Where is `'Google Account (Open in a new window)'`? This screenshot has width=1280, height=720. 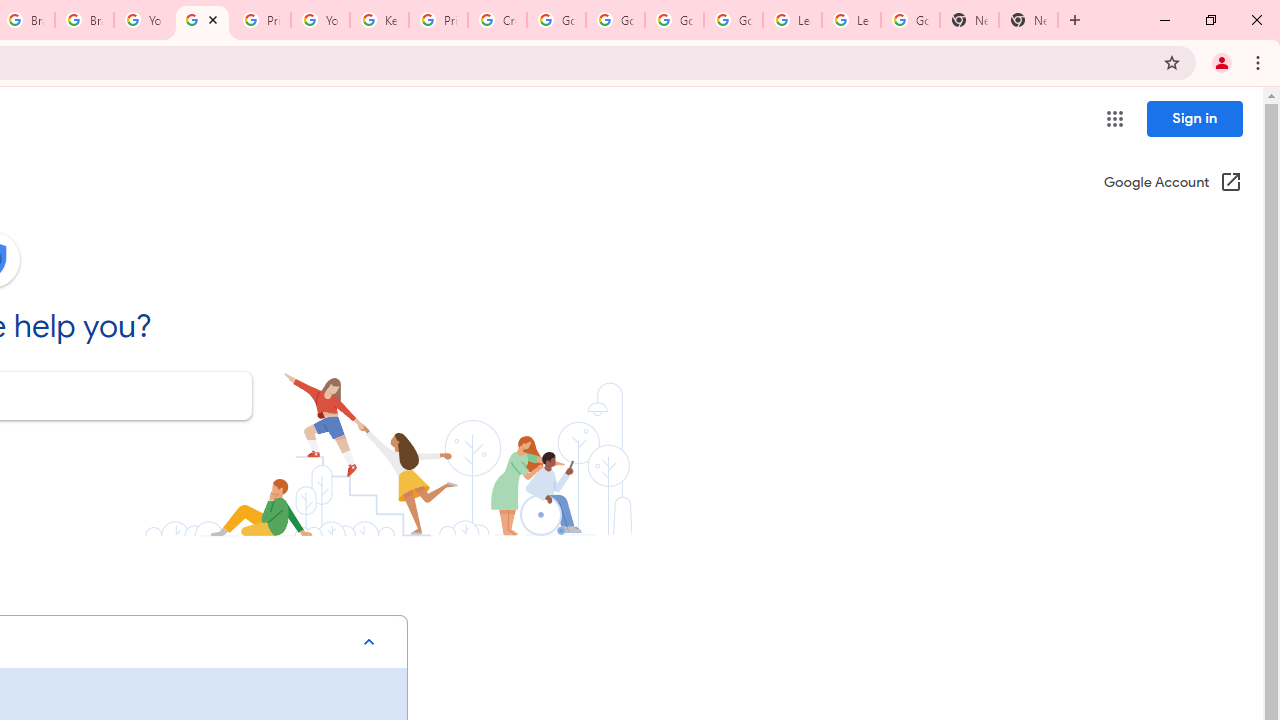
'Google Account (Open in a new window)' is located at coordinates (1173, 183).